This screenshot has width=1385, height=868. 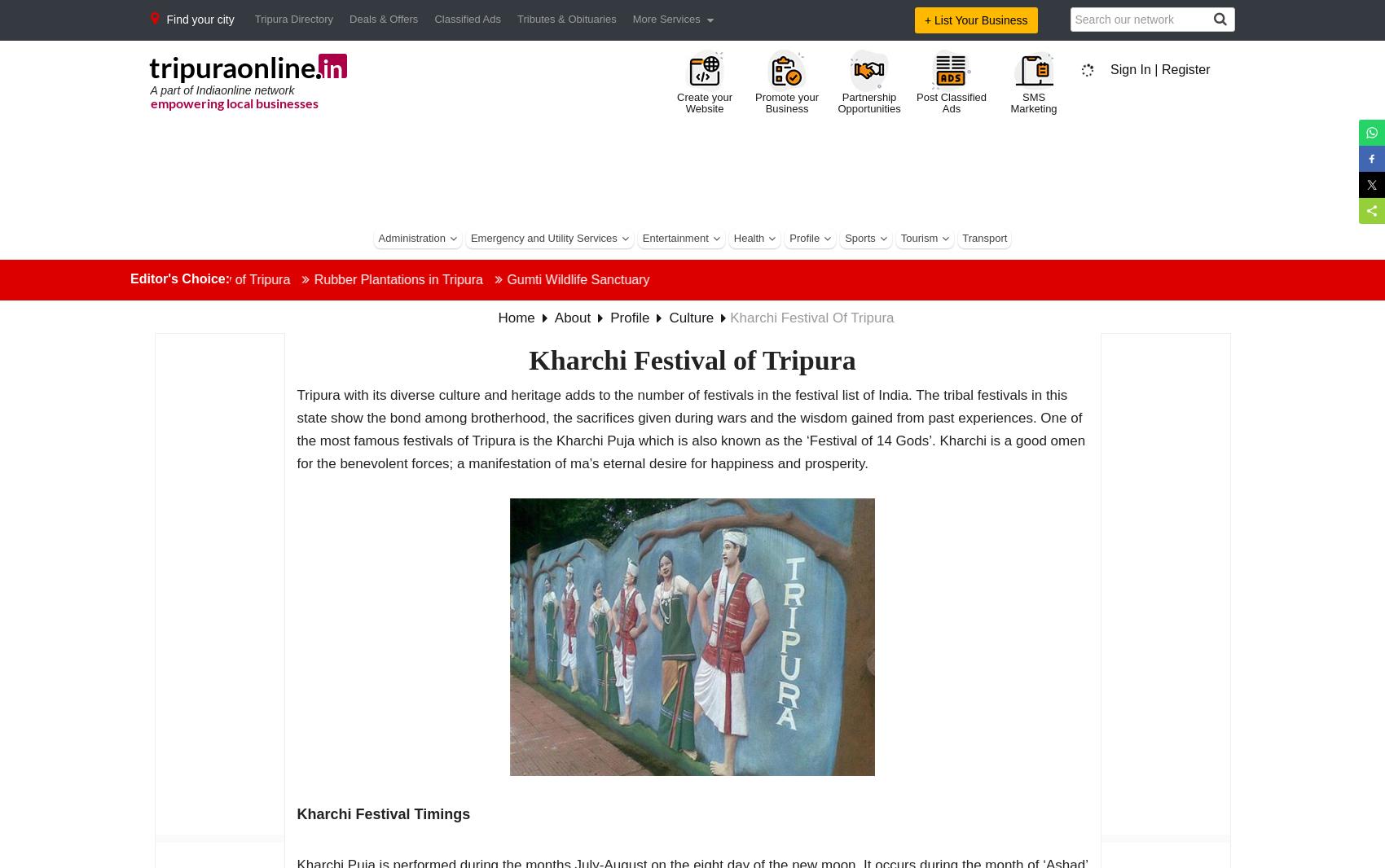 I want to click on 'Classified Ads', so click(x=466, y=18).